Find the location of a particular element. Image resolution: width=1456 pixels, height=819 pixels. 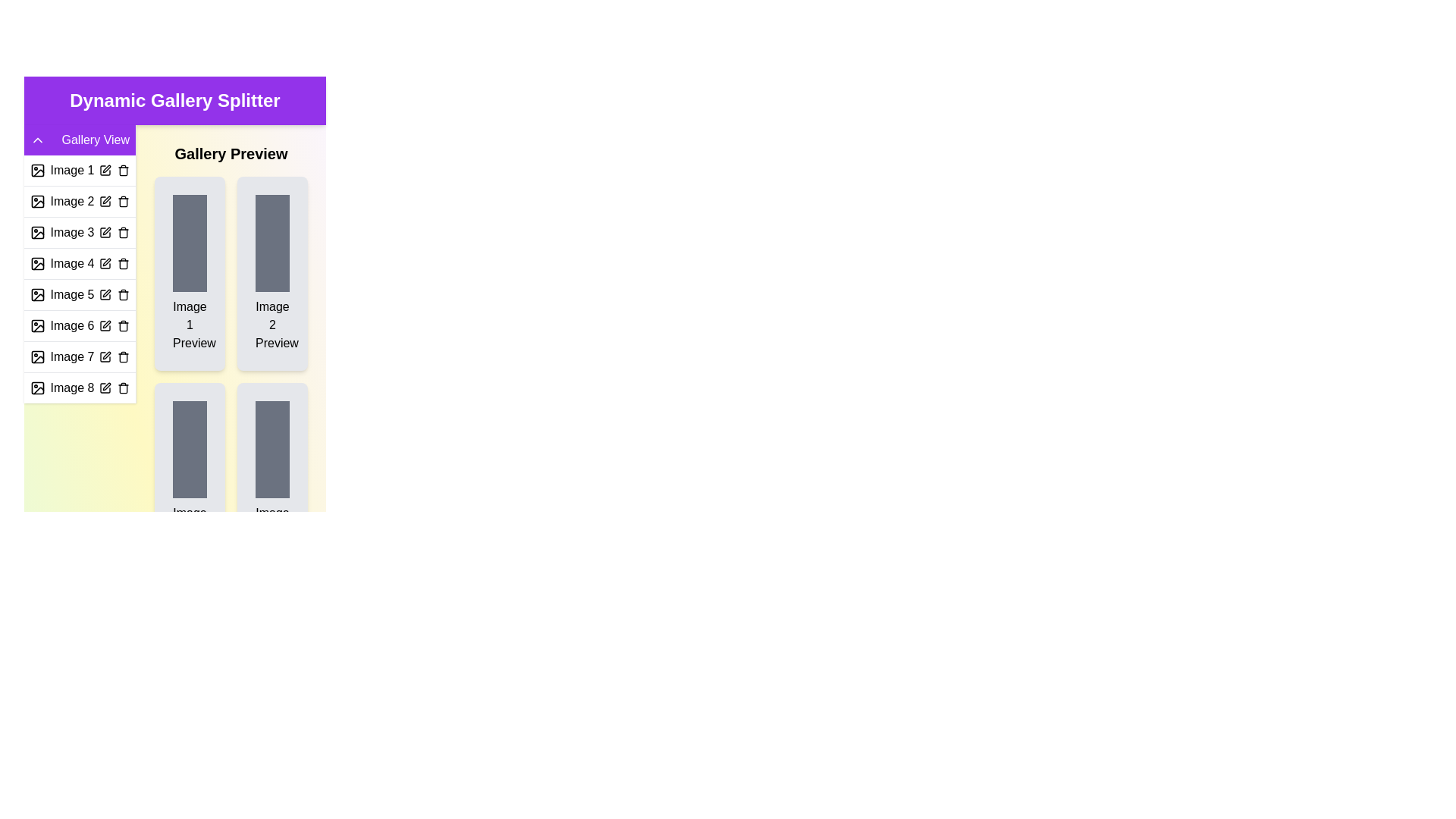

the edit icon of the grouped action buttons located to the right of the 'Image 8' label to initiate editing is located at coordinates (113, 388).